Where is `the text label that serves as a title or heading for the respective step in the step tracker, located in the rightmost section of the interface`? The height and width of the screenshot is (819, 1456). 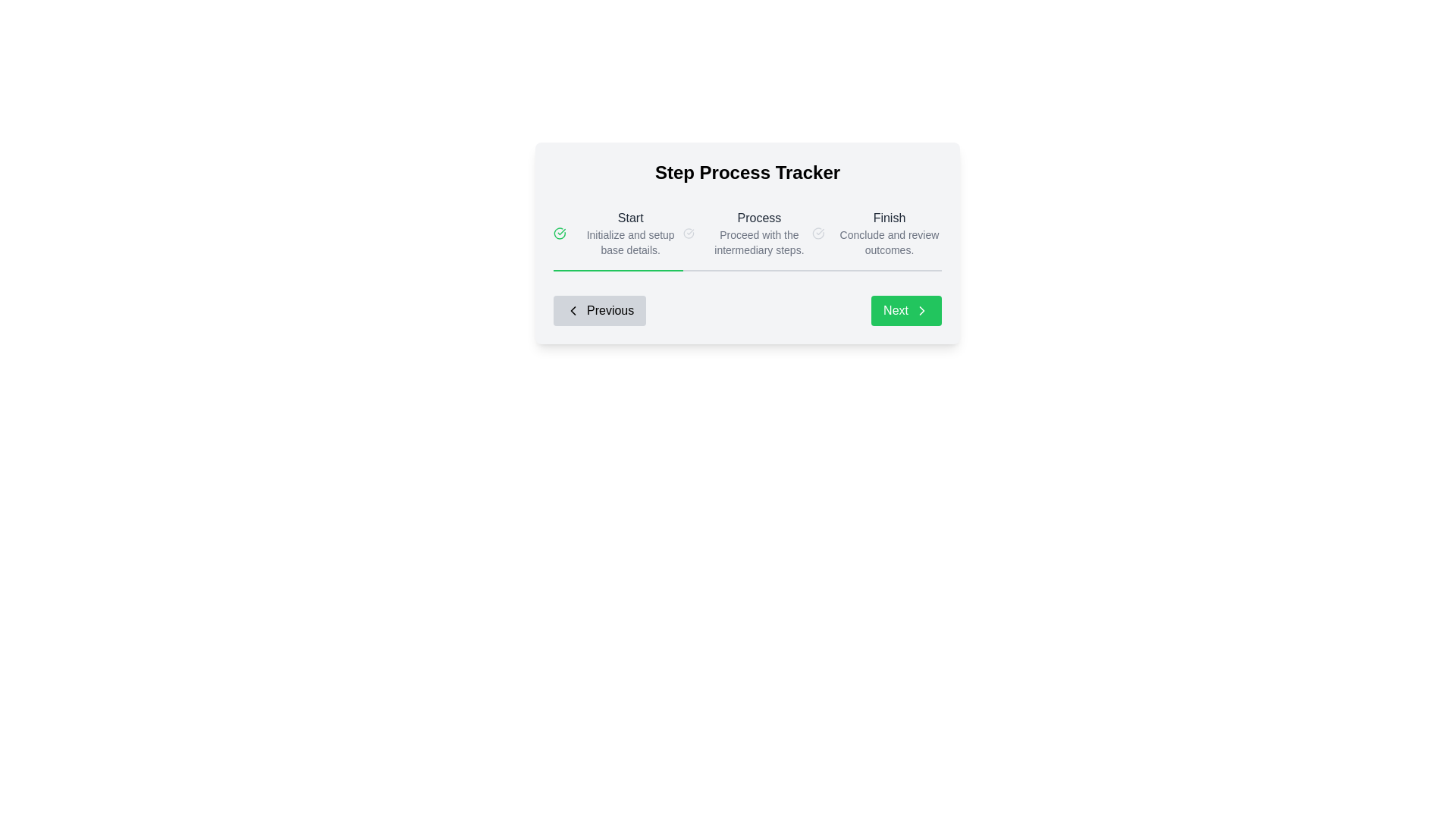
the text label that serves as a title or heading for the respective step in the step tracker, located in the rightmost section of the interface is located at coordinates (889, 218).